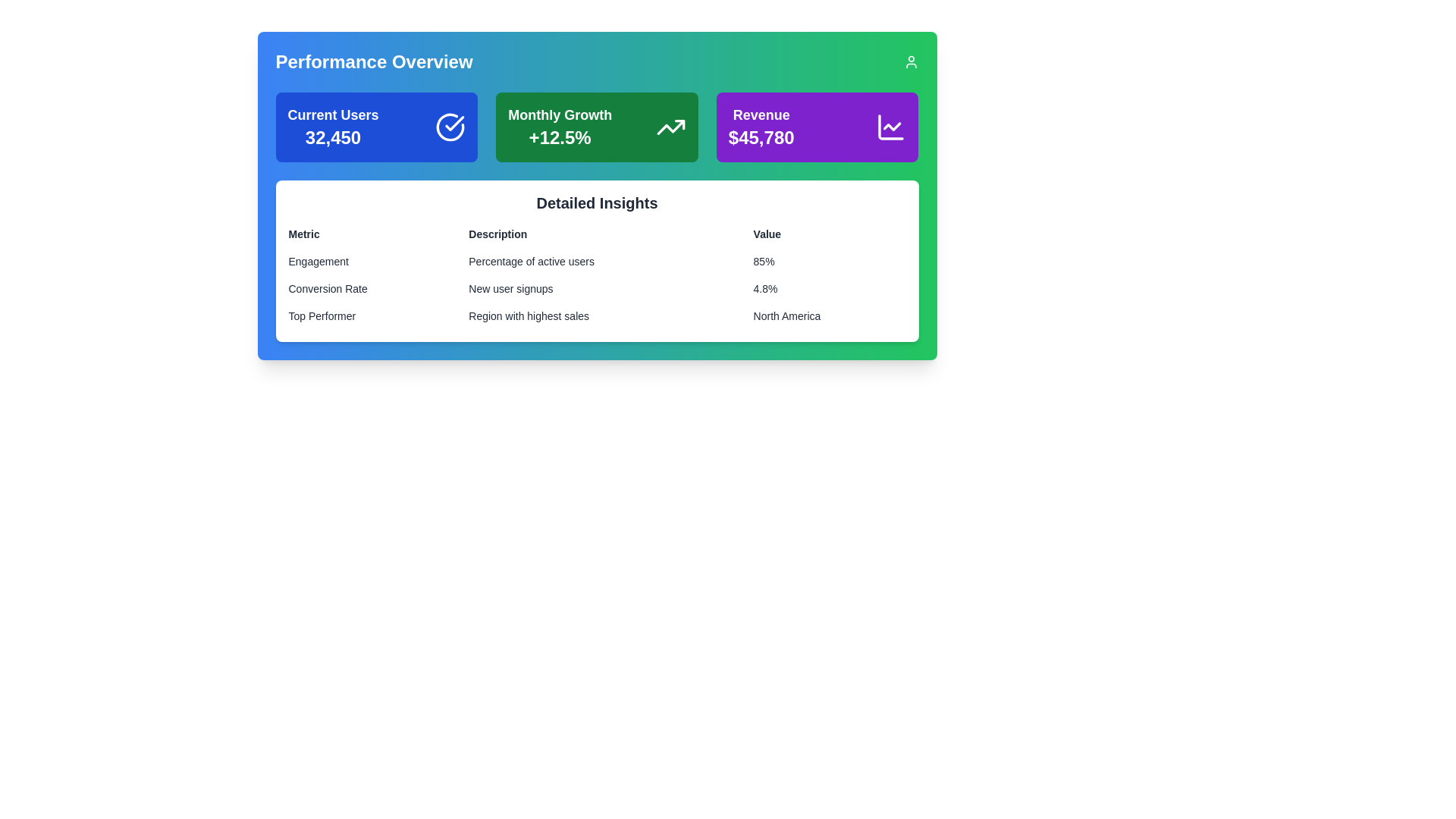 The width and height of the screenshot is (1456, 819). Describe the element at coordinates (761, 114) in the screenshot. I see `the 'Revenue' text label located in the top-right purple box, which is styled with a large bold font and is positioned above the monetary value '$45,780'` at that location.